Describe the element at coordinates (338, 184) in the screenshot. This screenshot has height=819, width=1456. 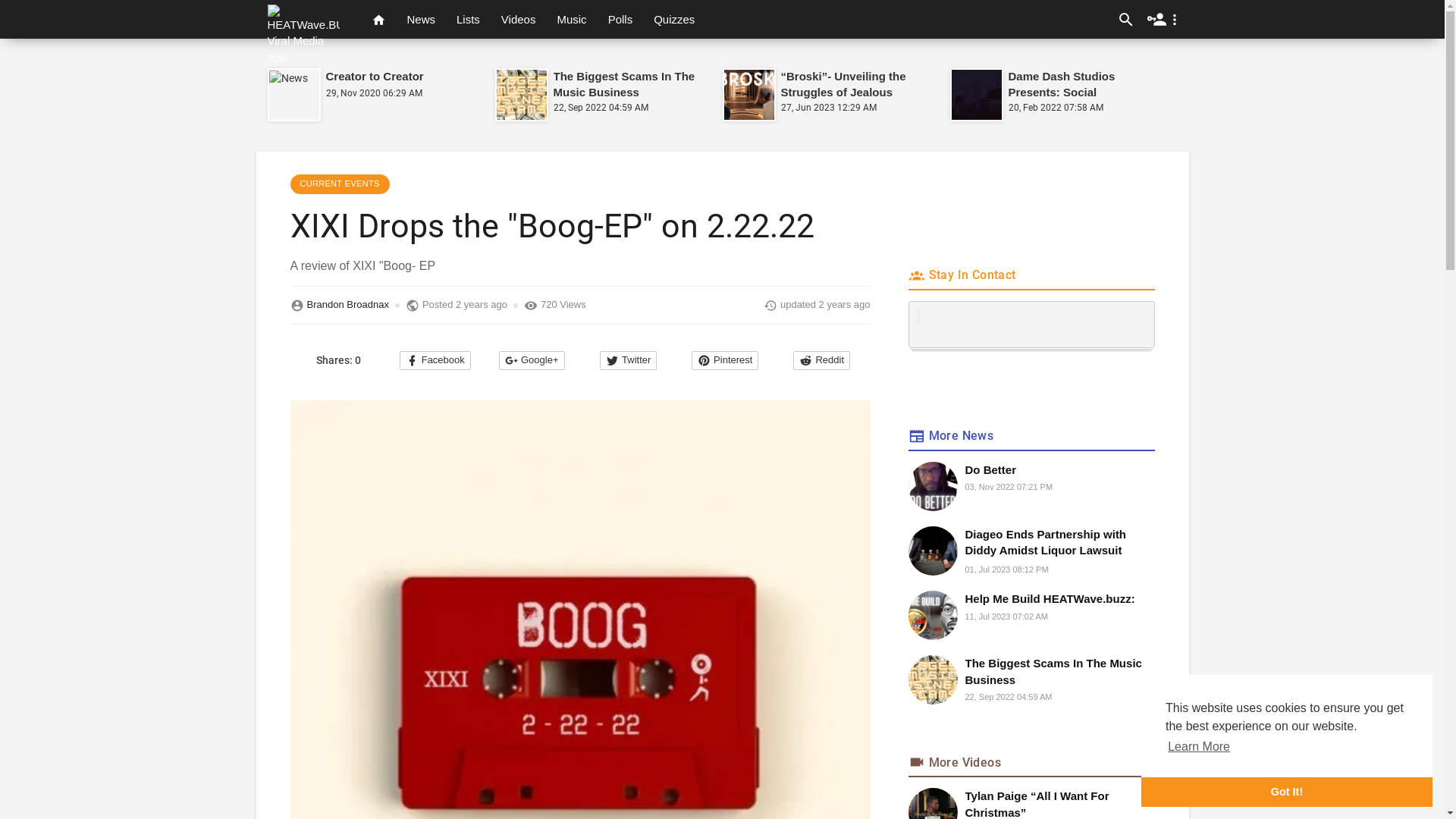
I see `'CURRENT EVENTS'` at that location.